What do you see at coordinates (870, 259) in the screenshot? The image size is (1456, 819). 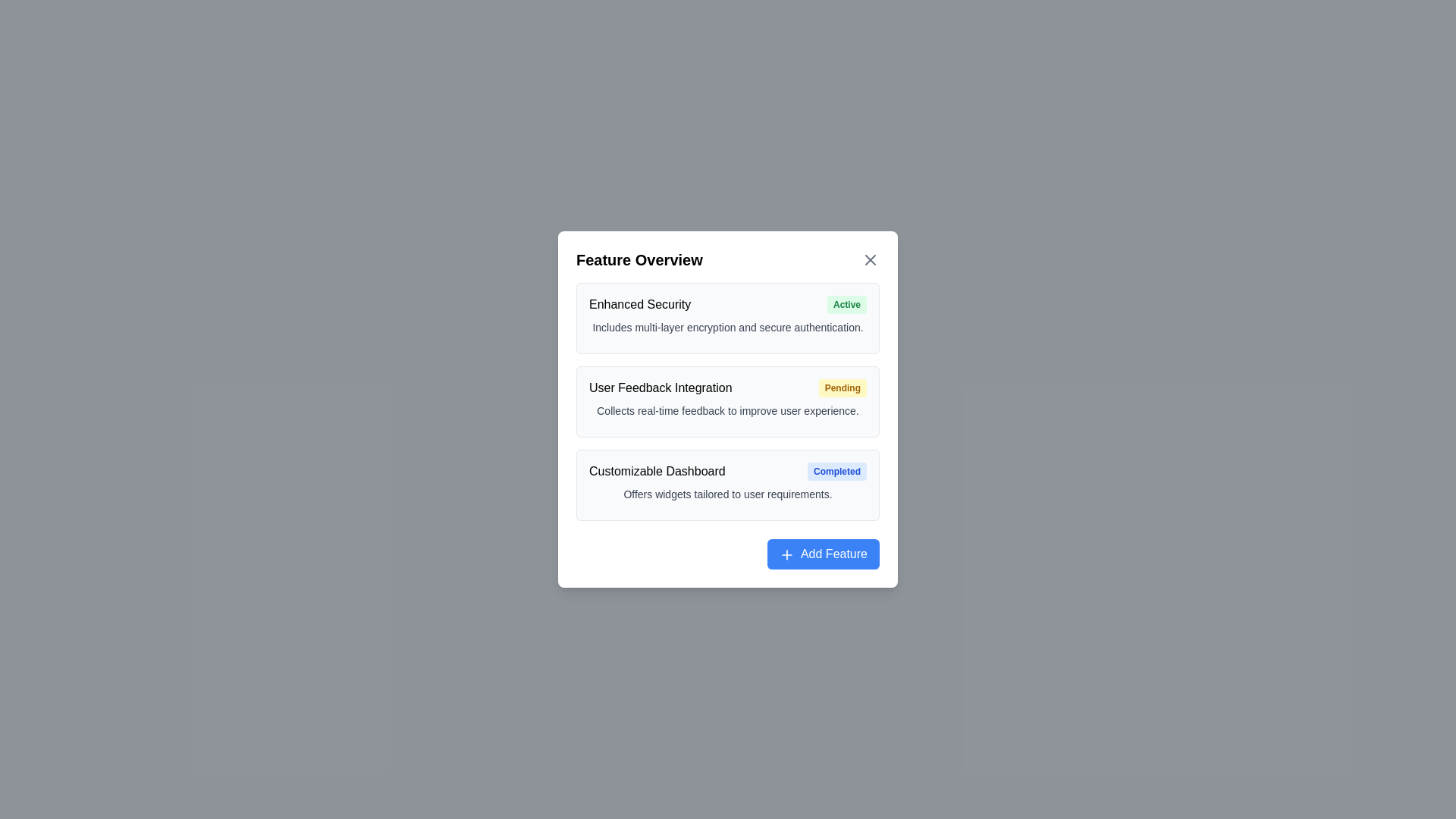 I see `the 'X' icon button located at the top-right corner of the modal window, next to the 'Feature Overview' title` at bounding box center [870, 259].